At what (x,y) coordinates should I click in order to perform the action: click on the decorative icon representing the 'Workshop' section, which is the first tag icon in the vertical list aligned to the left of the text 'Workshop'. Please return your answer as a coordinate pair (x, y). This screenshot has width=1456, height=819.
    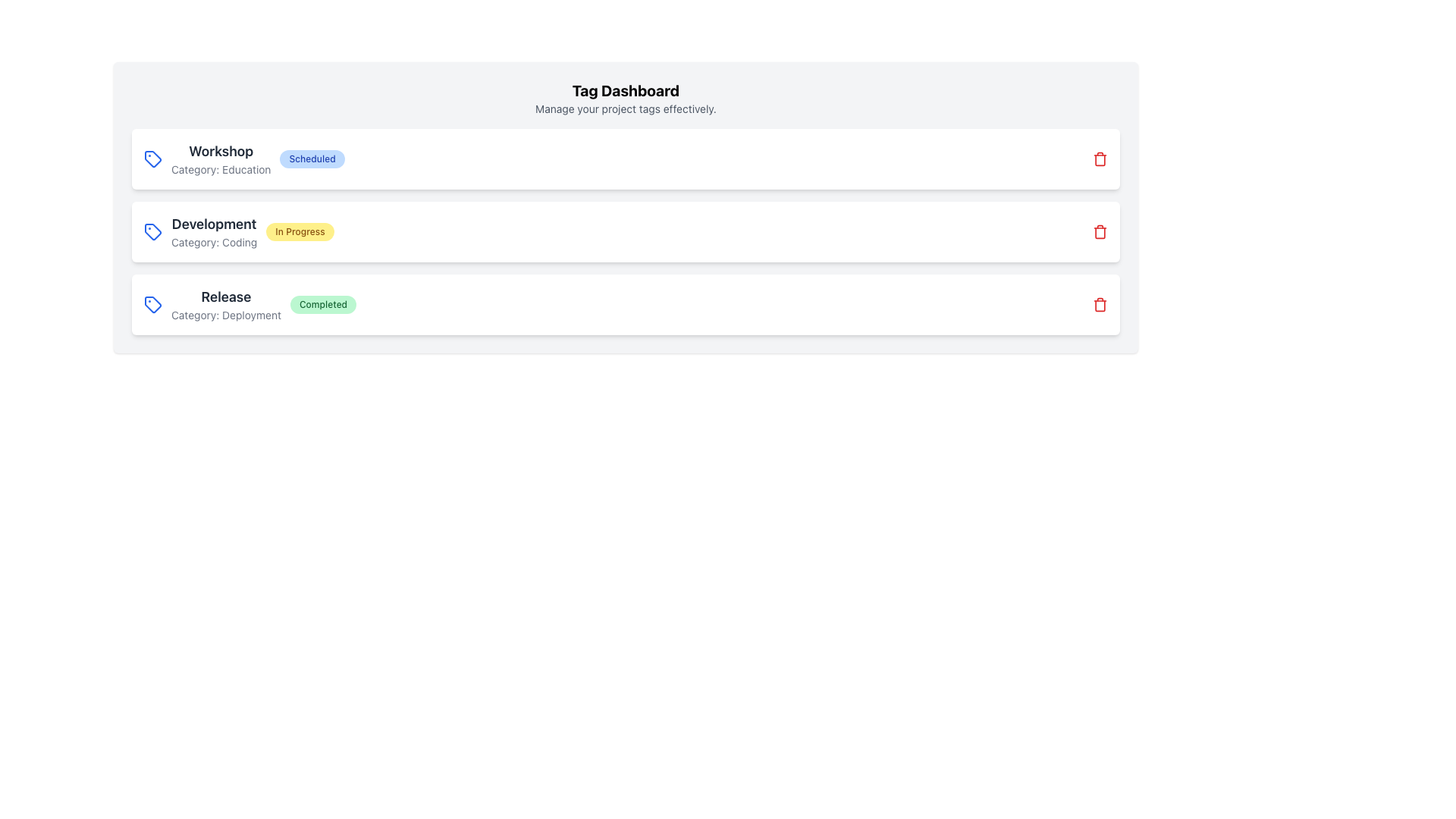
    Looking at the image, I should click on (152, 158).